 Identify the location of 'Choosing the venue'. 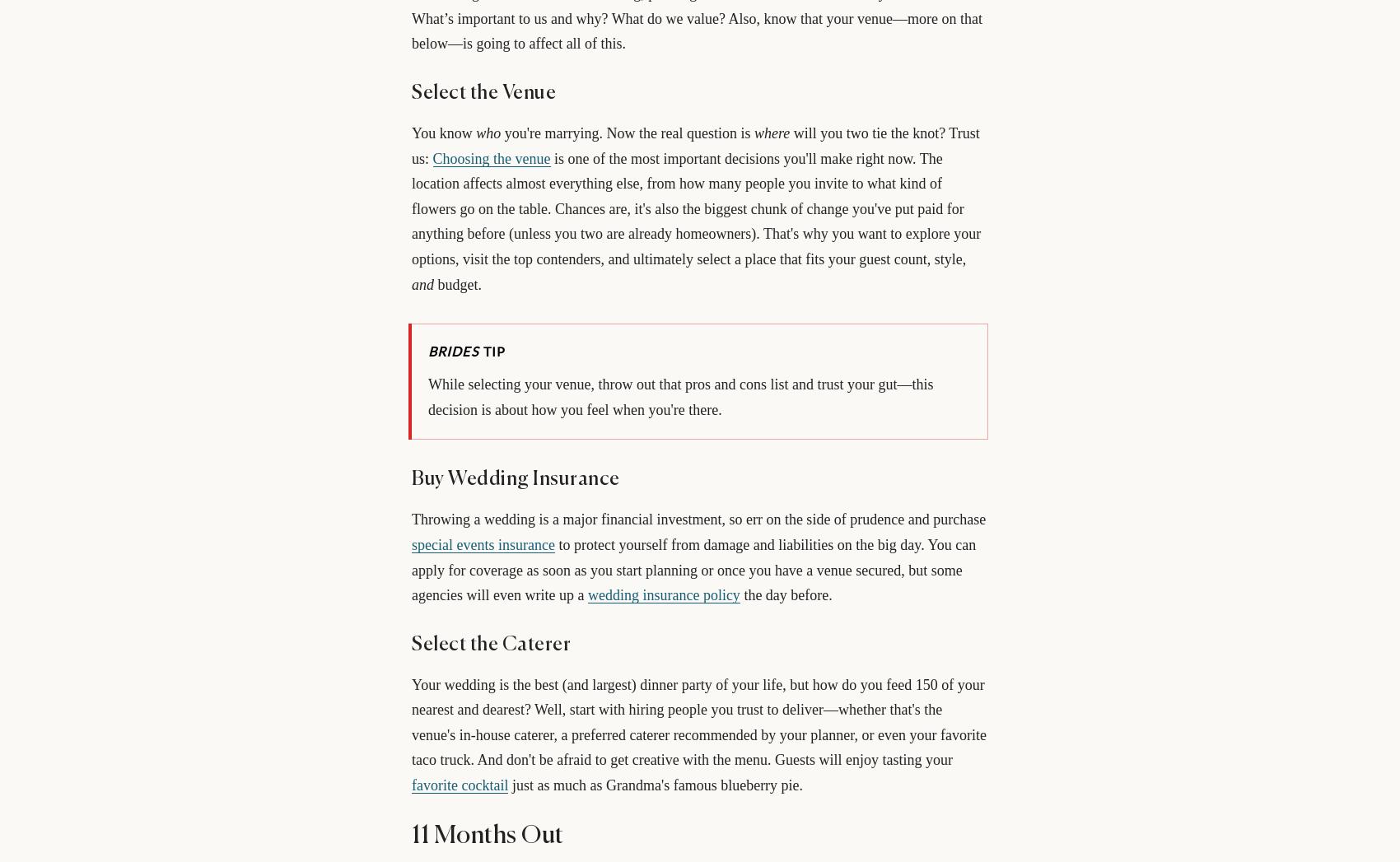
(432, 157).